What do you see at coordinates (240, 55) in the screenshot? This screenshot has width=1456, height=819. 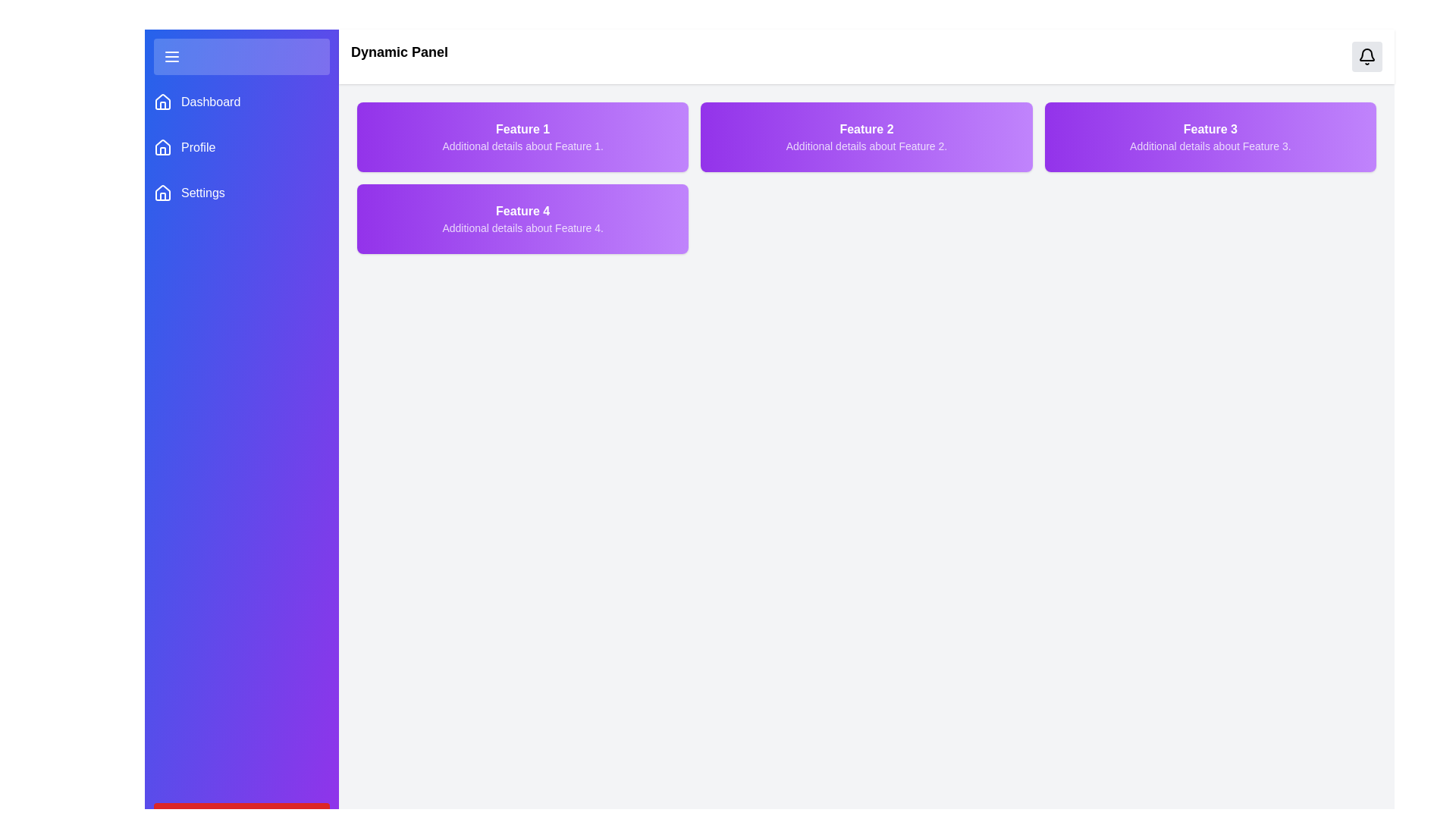 I see `the hamburger menu button located at the top of the sidebar to visualize the hover effects` at bounding box center [240, 55].